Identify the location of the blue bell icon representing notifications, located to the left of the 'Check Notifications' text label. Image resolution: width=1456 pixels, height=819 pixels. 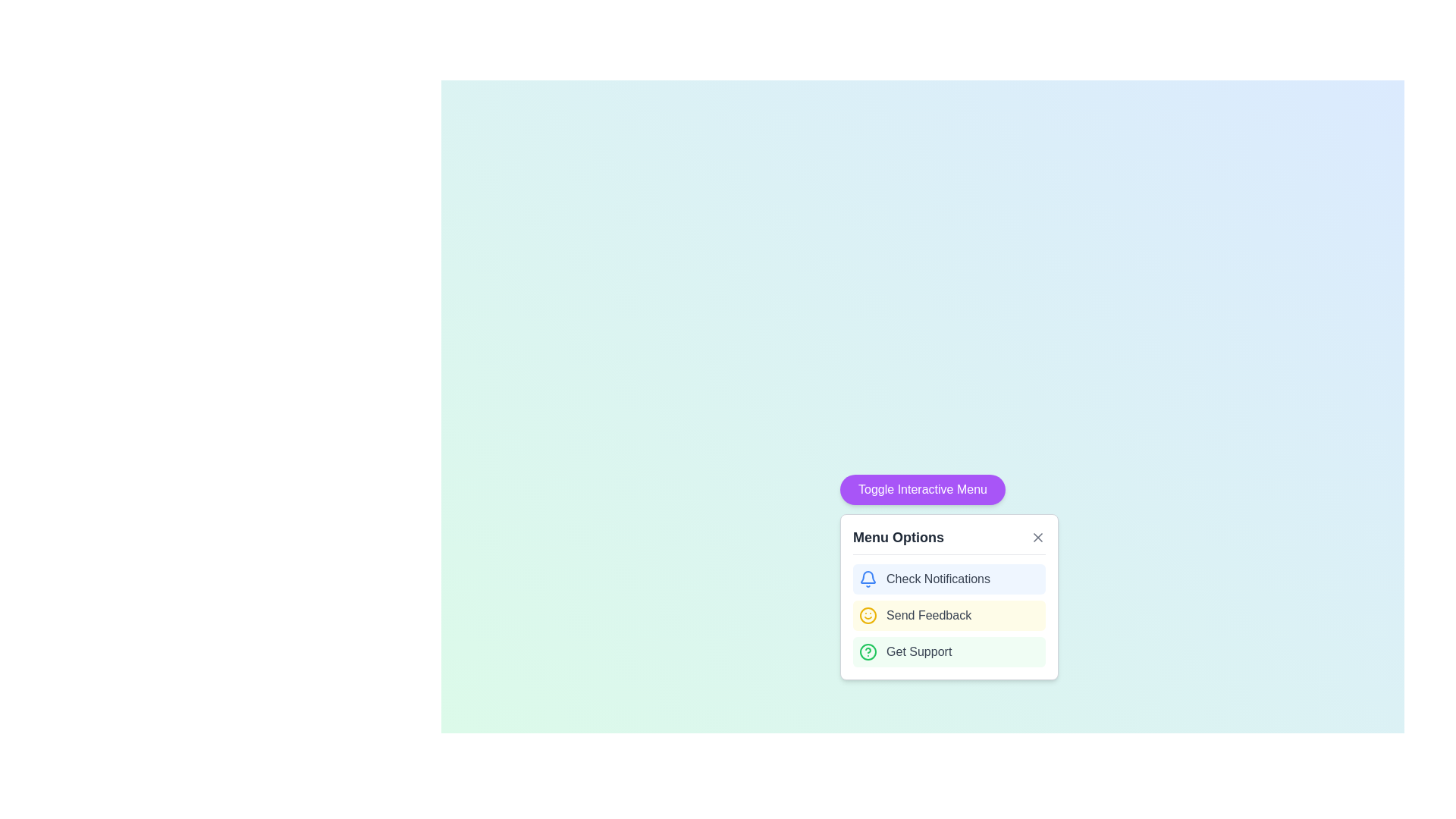
(868, 579).